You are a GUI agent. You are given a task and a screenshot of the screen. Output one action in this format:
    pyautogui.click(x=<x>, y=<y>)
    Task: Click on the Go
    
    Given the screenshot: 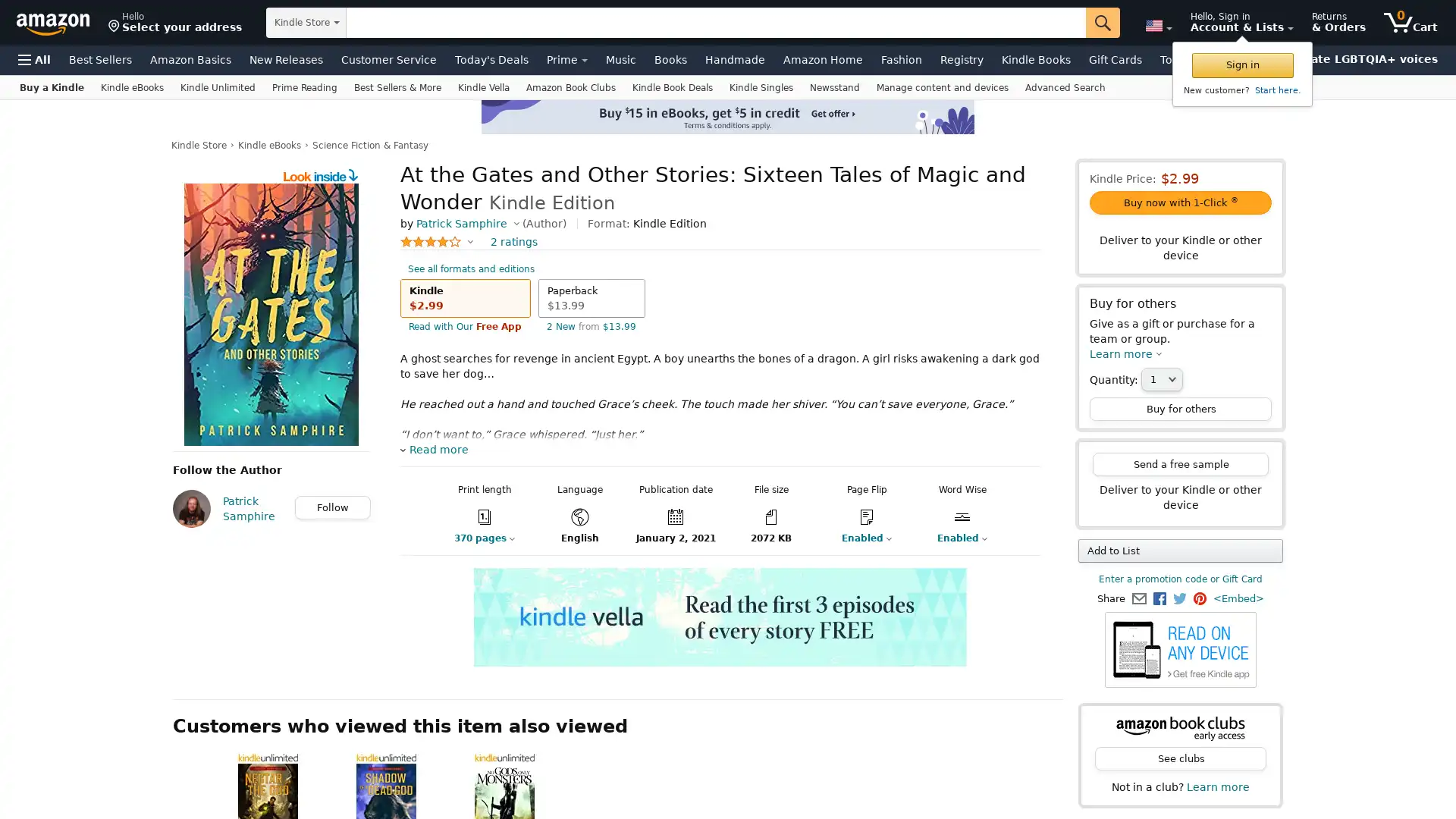 What is the action you would take?
    pyautogui.click(x=1103, y=23)
    